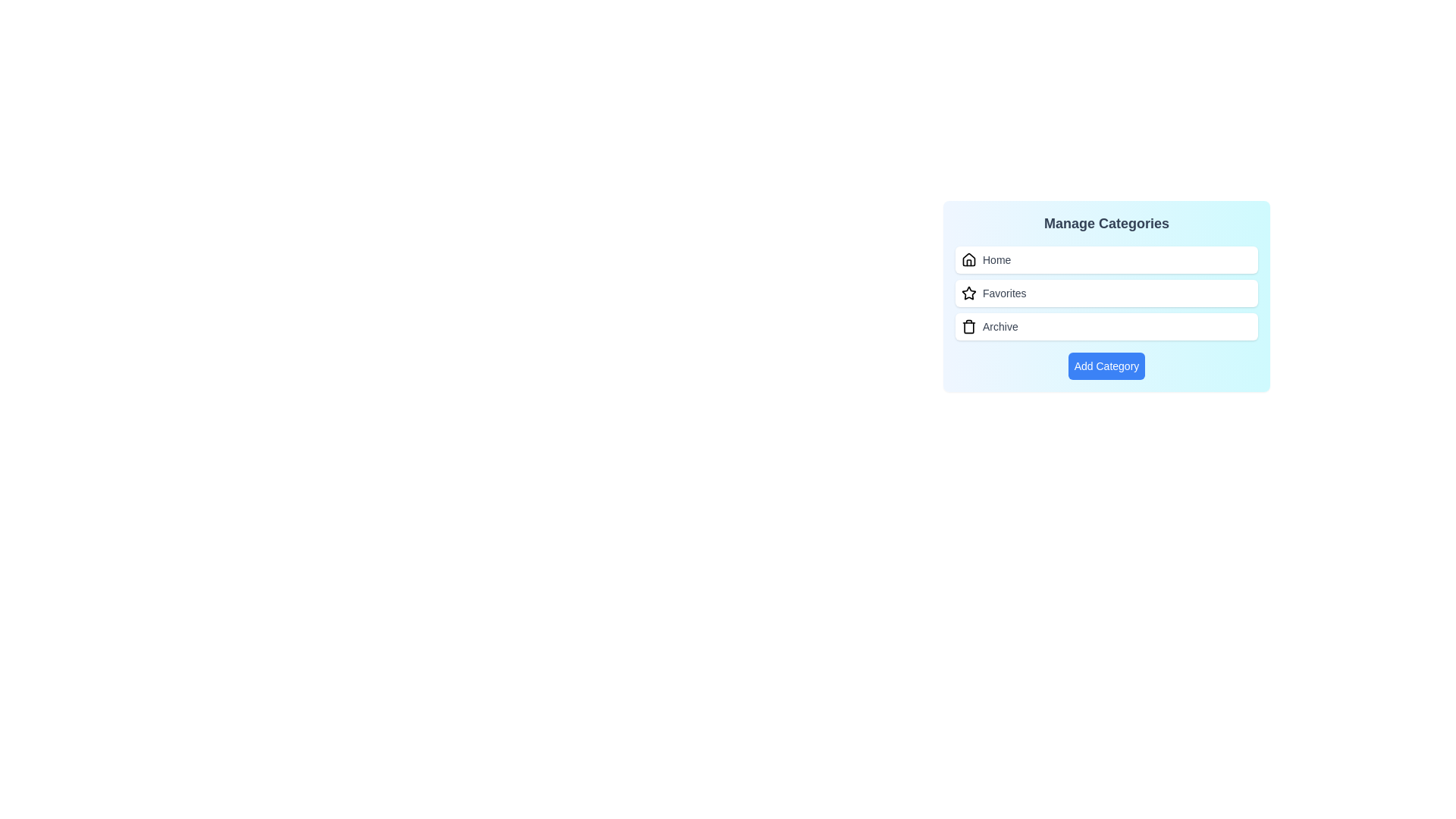 The width and height of the screenshot is (1456, 819). I want to click on the category label Archive to select it, so click(1000, 326).